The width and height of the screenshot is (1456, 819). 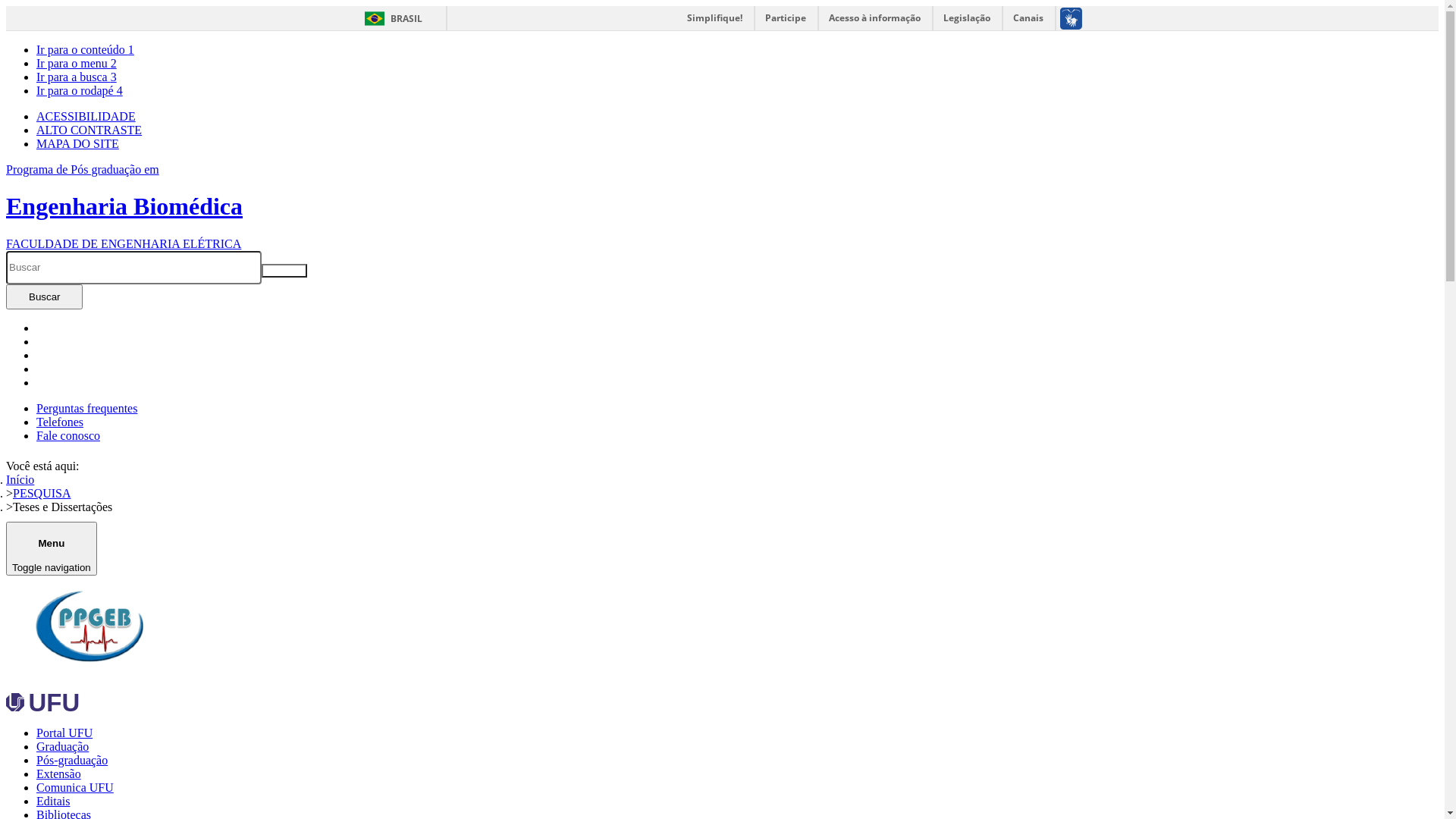 I want to click on 'Comunica UFU', so click(x=74, y=786).